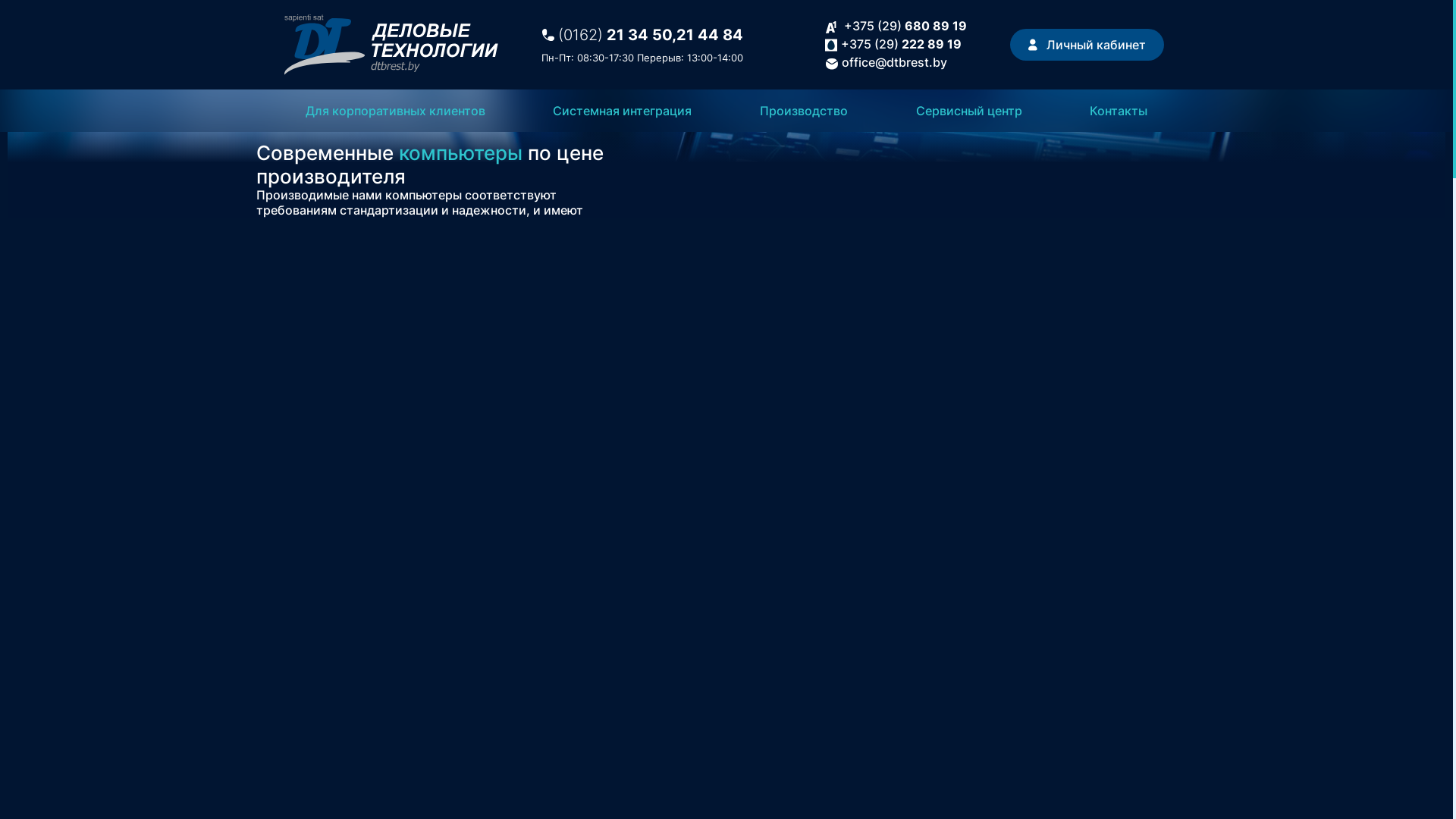 The image size is (1456, 819). What do you see at coordinates (676, 34) in the screenshot?
I see `'21 44 84'` at bounding box center [676, 34].